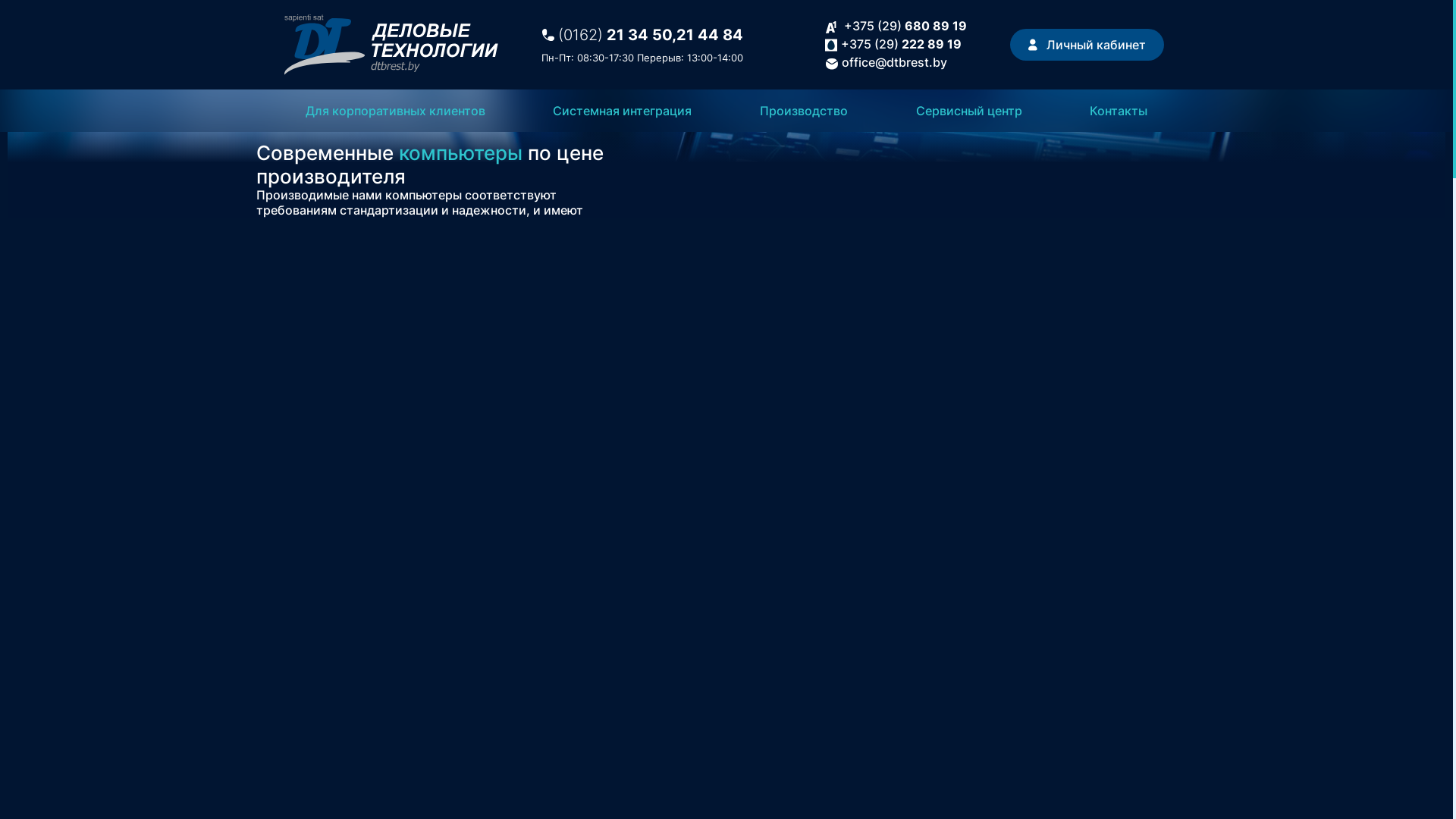 The image size is (1456, 819). What do you see at coordinates (676, 34) in the screenshot?
I see `'21 44 84'` at bounding box center [676, 34].